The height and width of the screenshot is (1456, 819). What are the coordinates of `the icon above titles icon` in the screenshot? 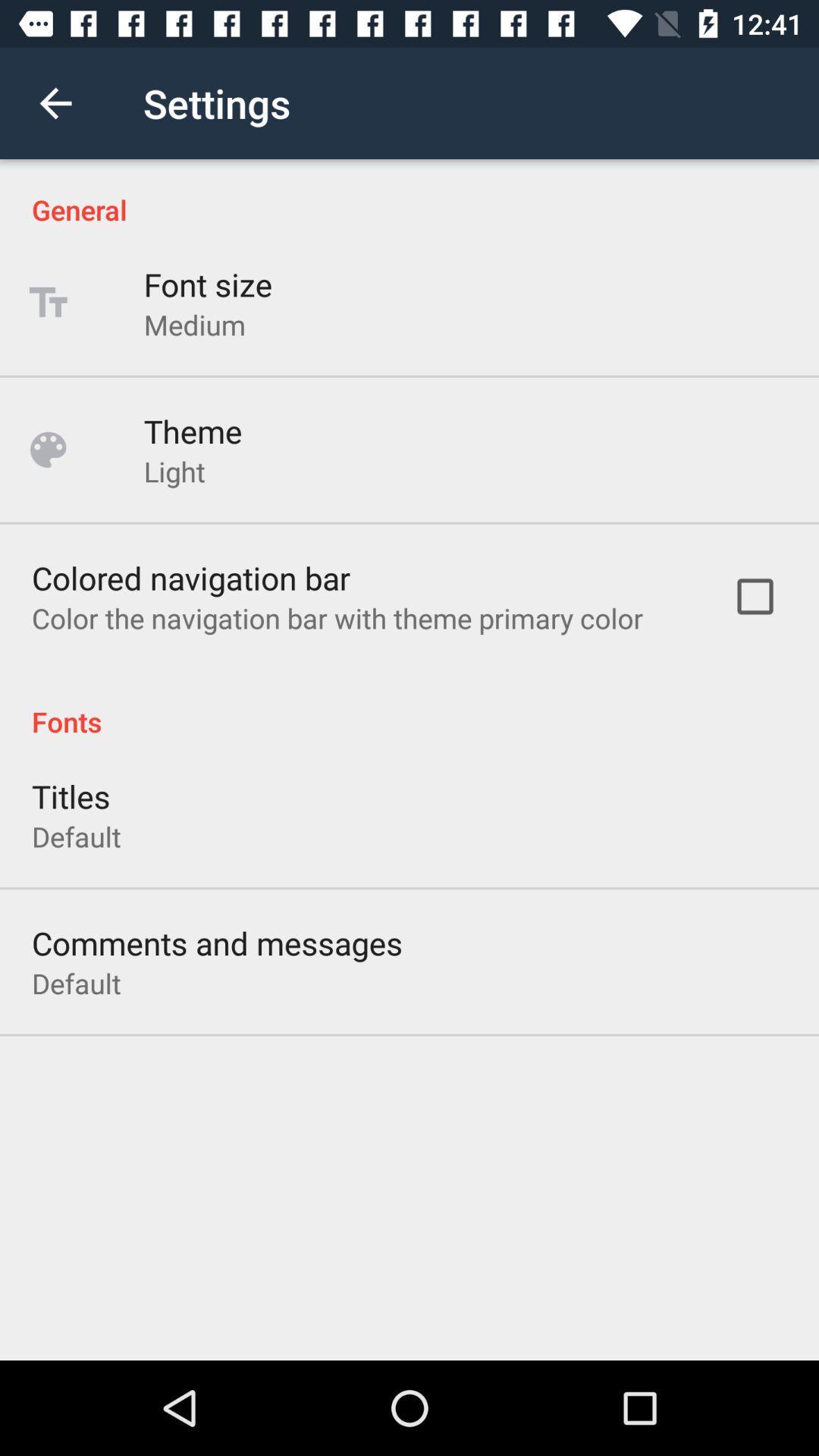 It's located at (409, 704).